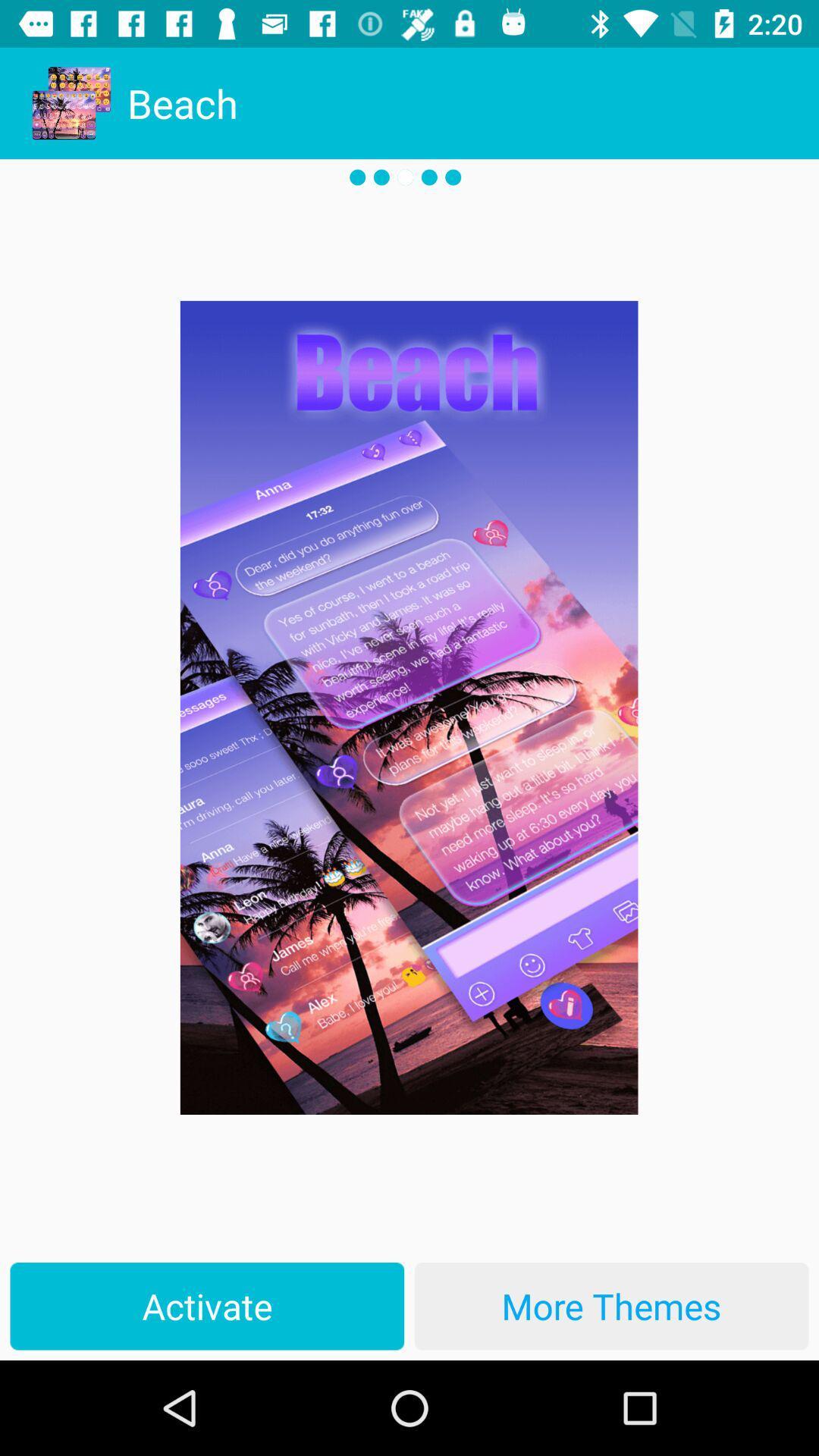 This screenshot has height=1456, width=819. Describe the element at coordinates (207, 1305) in the screenshot. I see `icon at the bottom left corner` at that location.